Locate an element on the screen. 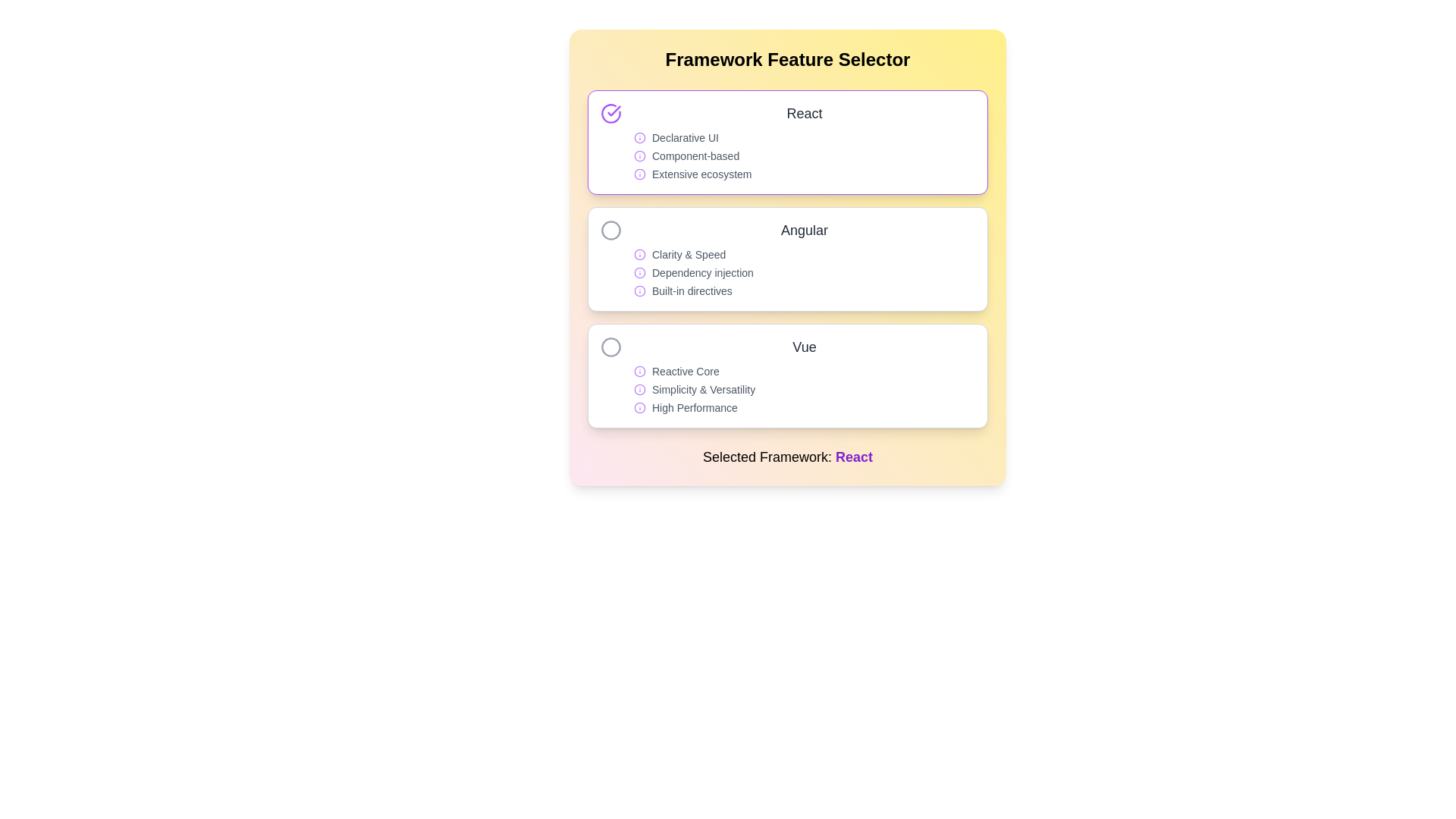 The image size is (1456, 819). the feature selection list for React, Angular, or Vue is located at coordinates (787, 259).